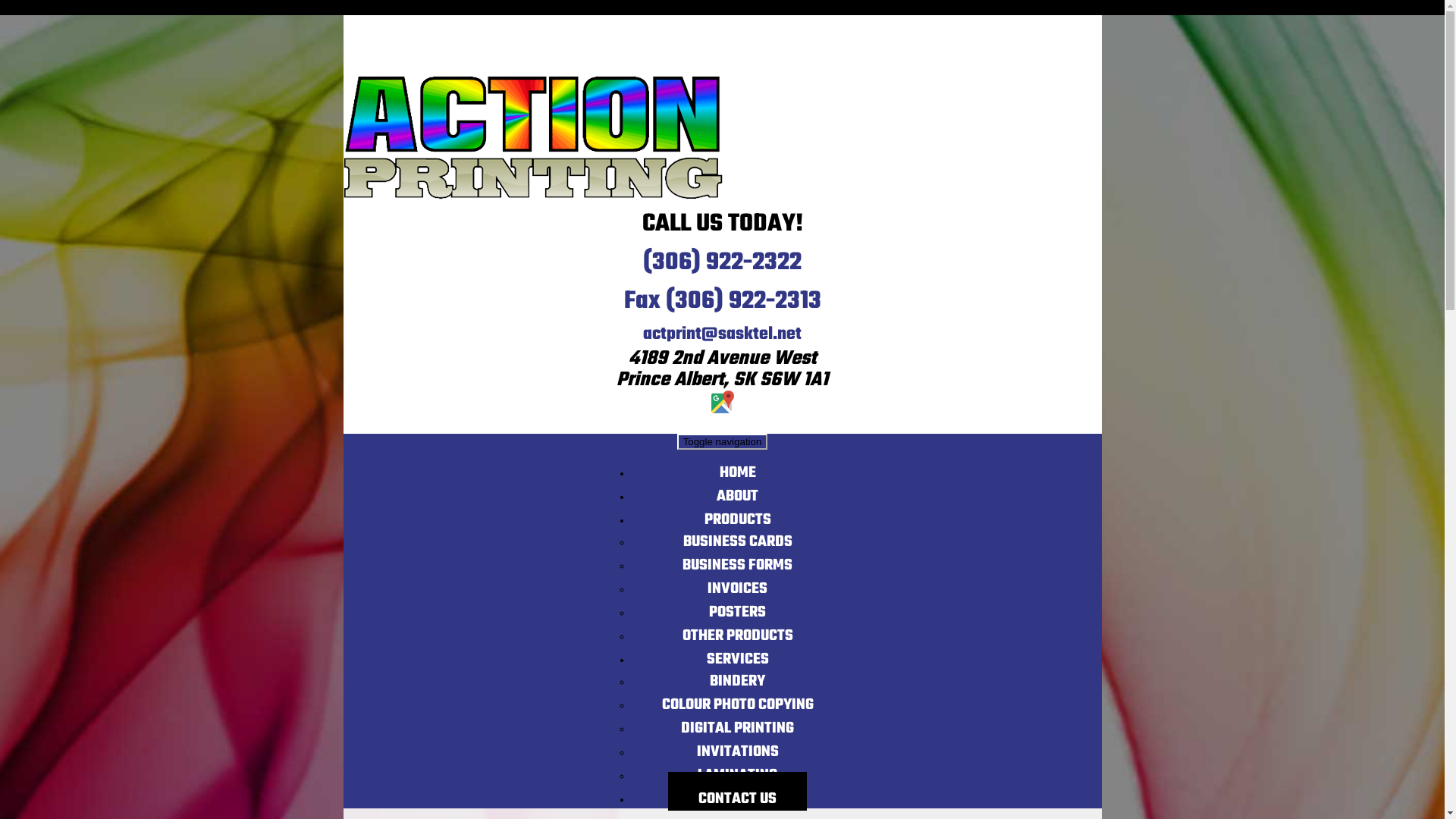 This screenshot has height=819, width=1456. Describe the element at coordinates (722, 441) in the screenshot. I see `'Toggle navigation'` at that location.